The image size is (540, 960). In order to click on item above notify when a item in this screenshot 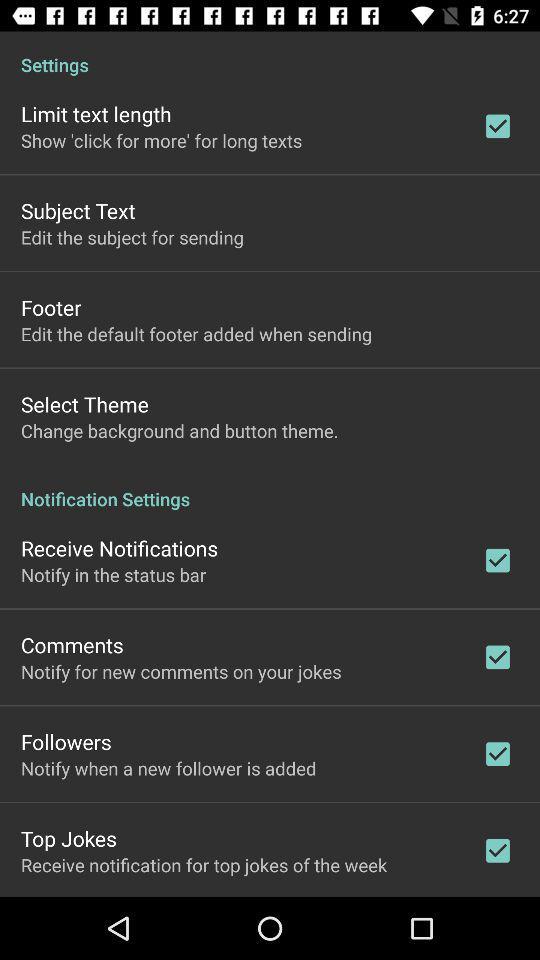, I will do `click(66, 740)`.